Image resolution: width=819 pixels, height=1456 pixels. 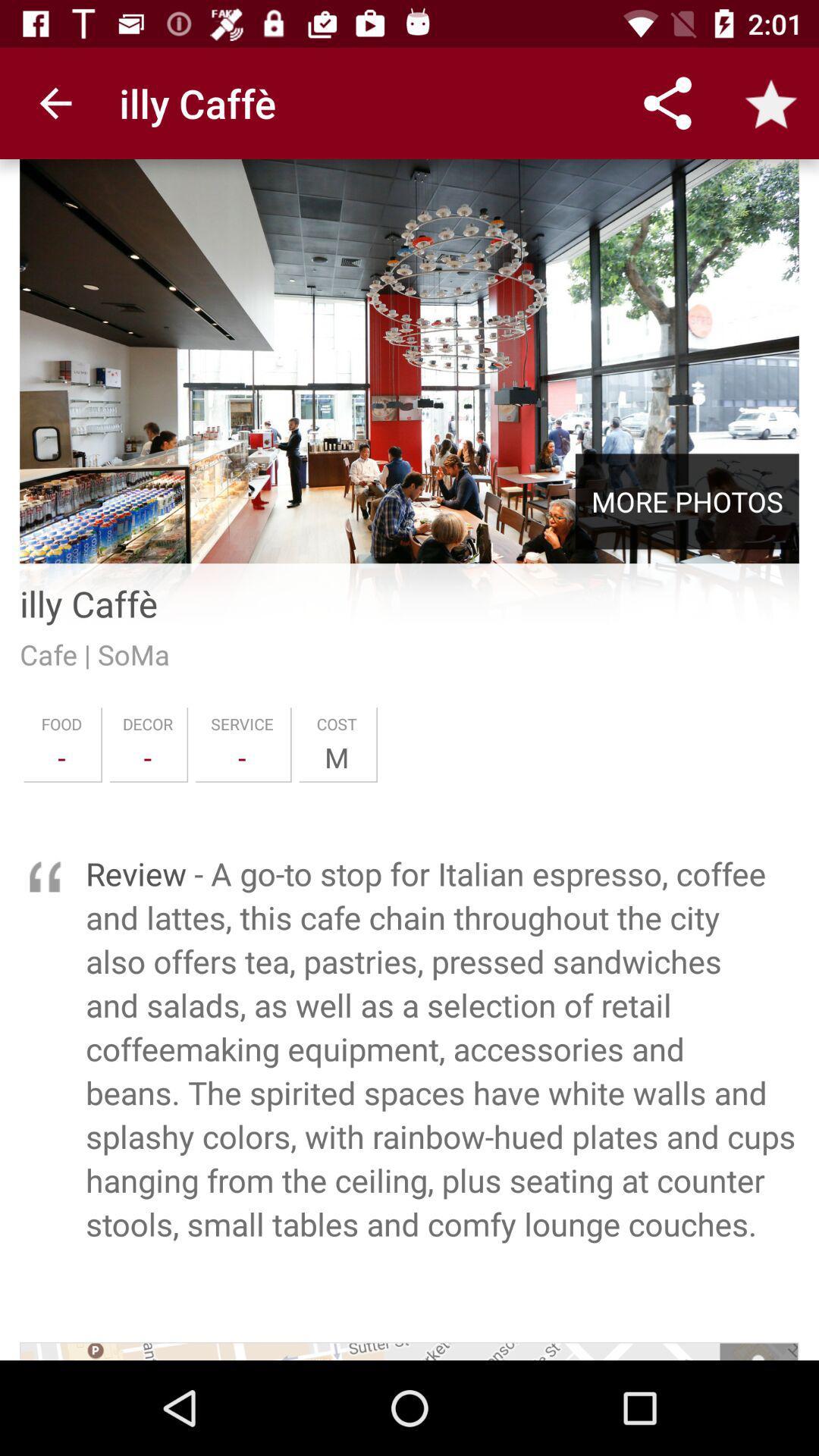 What do you see at coordinates (758, 1351) in the screenshot?
I see `icon at the bottom right corner` at bounding box center [758, 1351].